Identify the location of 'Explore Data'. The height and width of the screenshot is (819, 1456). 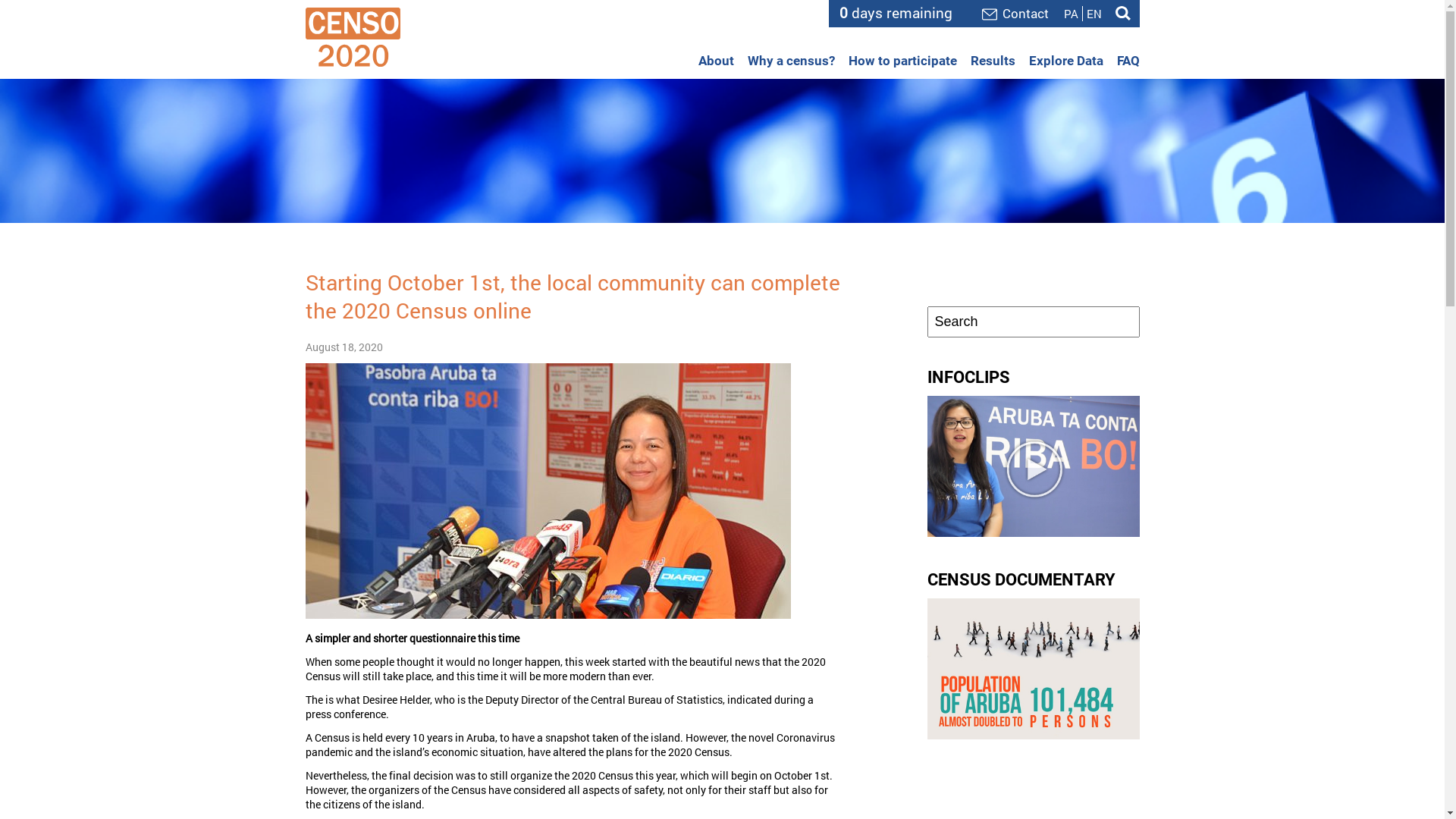
(1028, 60).